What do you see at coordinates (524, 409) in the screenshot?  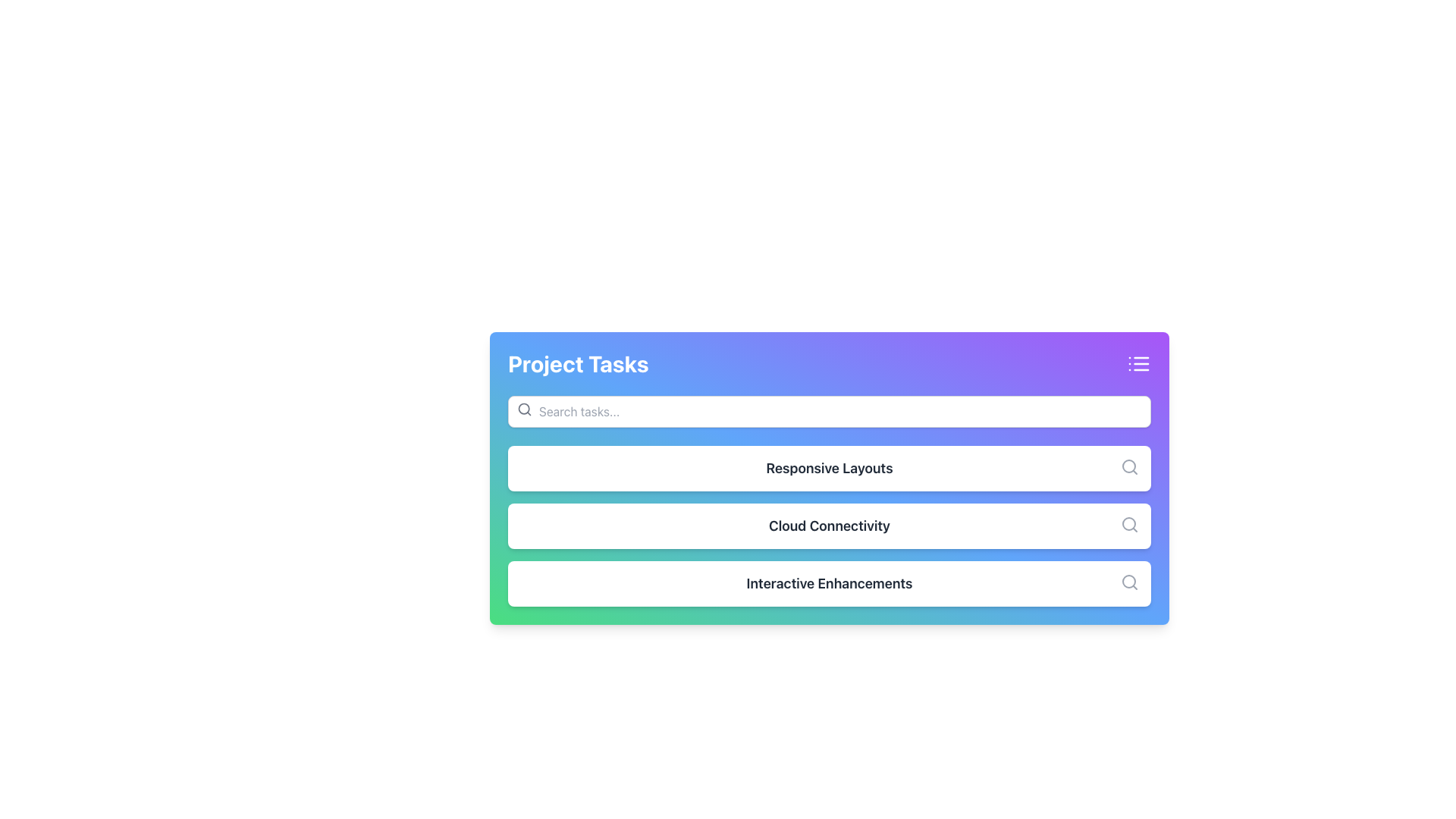 I see `the input field adjacent to the search icon represented by a gray magnifying glass symbol located on the left side of the rectangular search field` at bounding box center [524, 409].